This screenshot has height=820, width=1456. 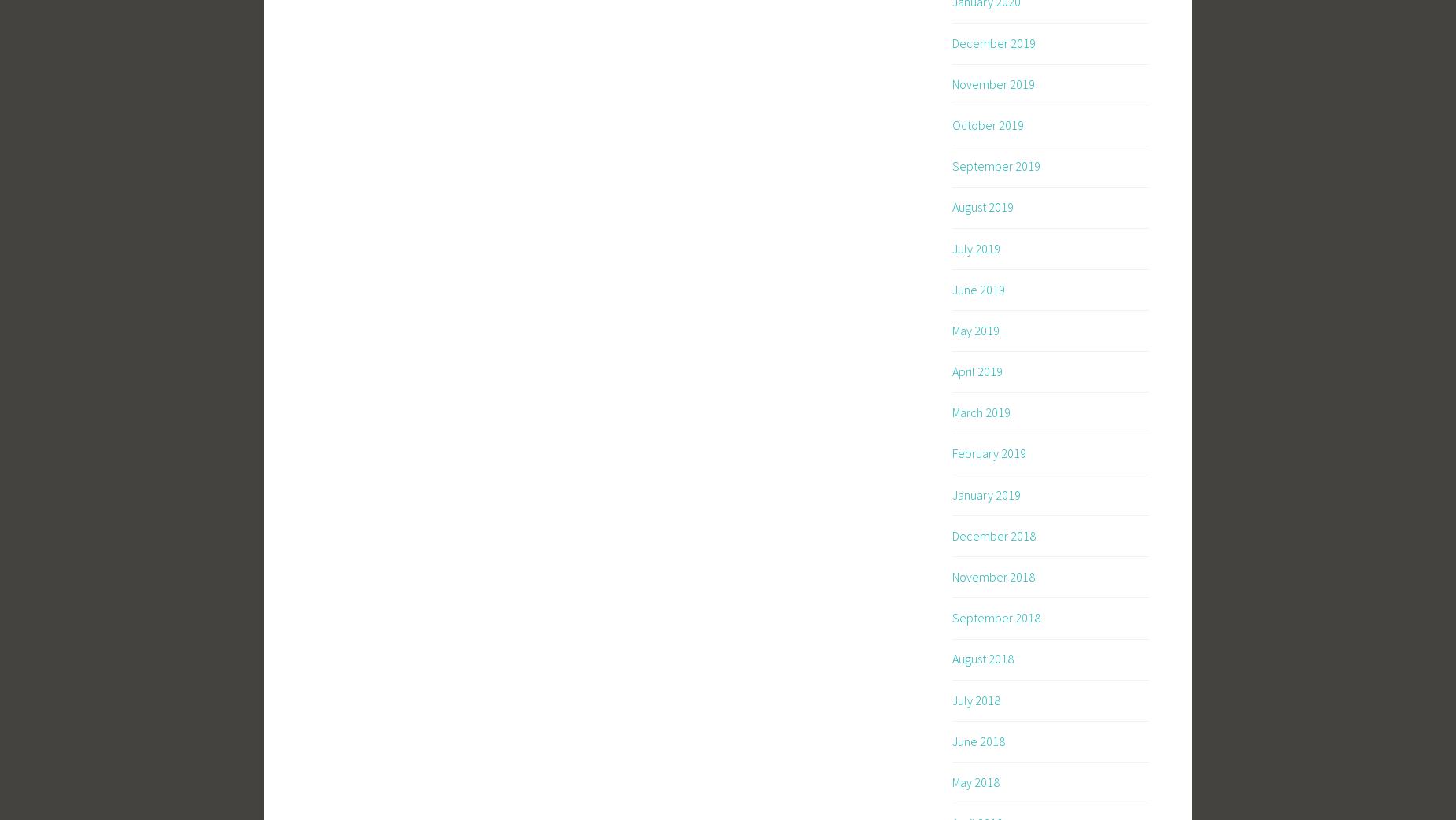 What do you see at coordinates (985, 494) in the screenshot?
I see `'January 2019'` at bounding box center [985, 494].